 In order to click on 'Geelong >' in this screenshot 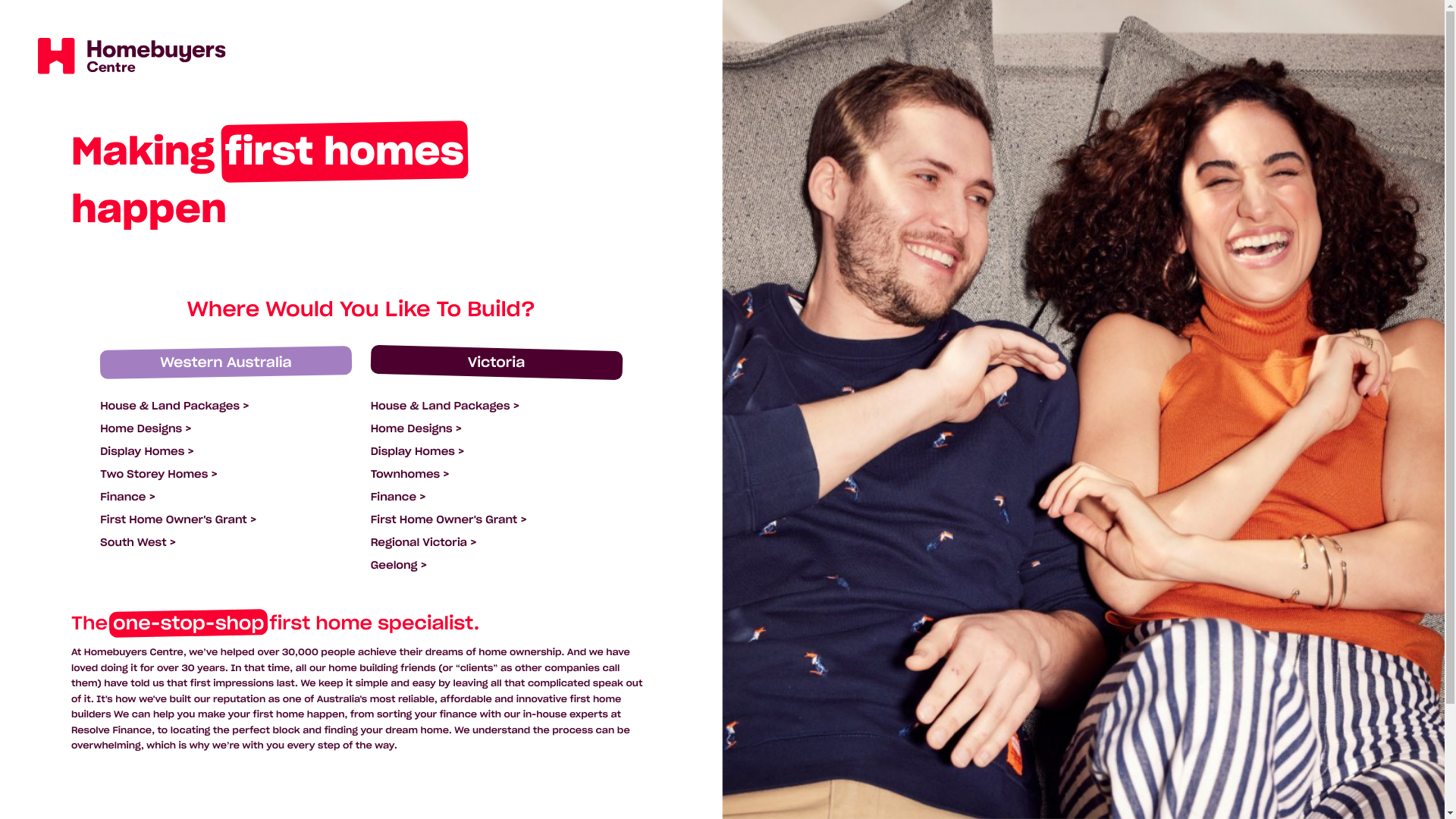, I will do `click(399, 564)`.